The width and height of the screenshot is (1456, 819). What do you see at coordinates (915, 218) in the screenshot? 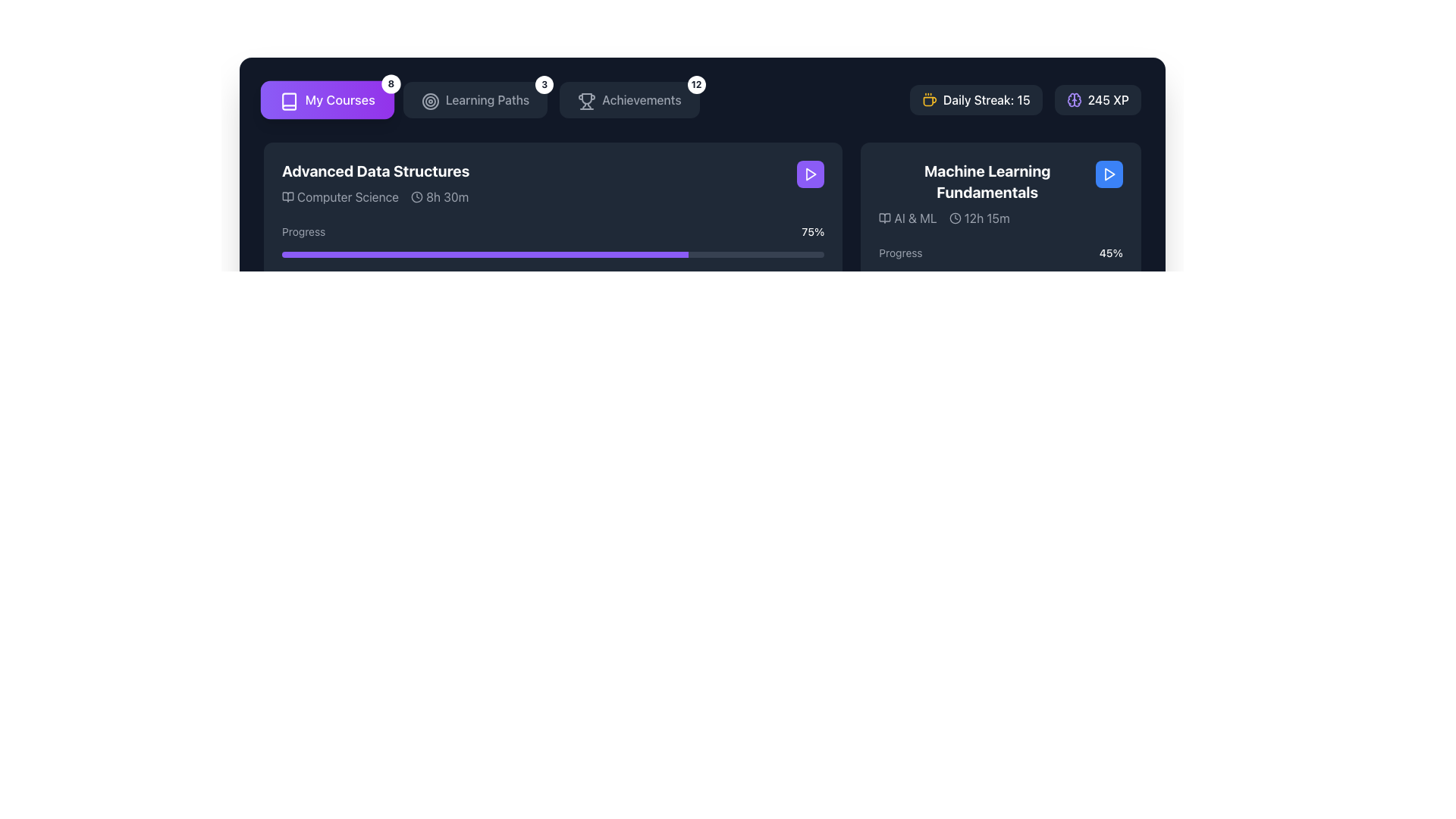
I see `the text label indicating 'AI & ML' for the 'Machine Learning Fundamentals' lesson, which is positioned to the right of a small book icon within the card` at bounding box center [915, 218].